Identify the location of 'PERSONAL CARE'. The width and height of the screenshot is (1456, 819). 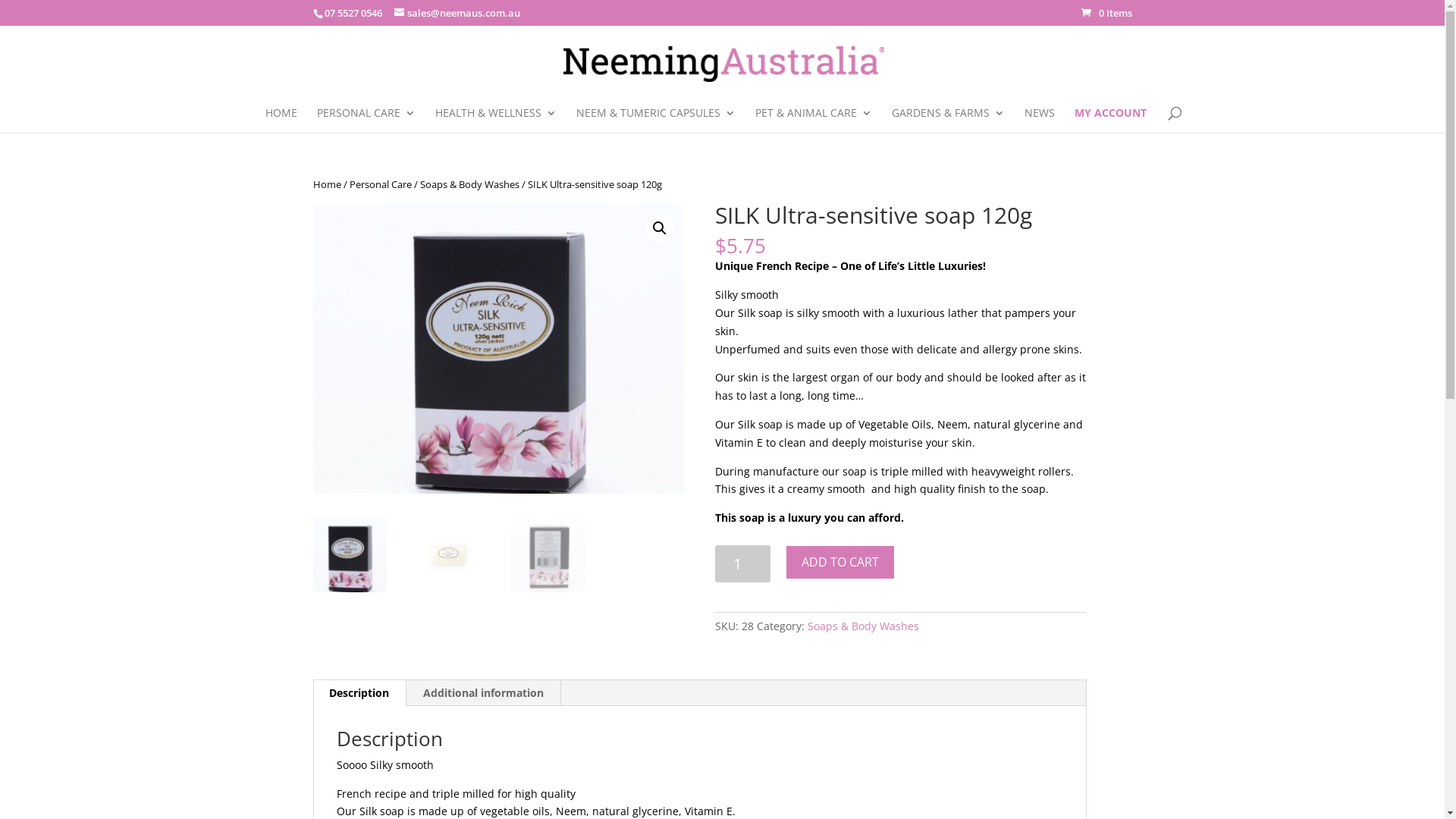
(366, 119).